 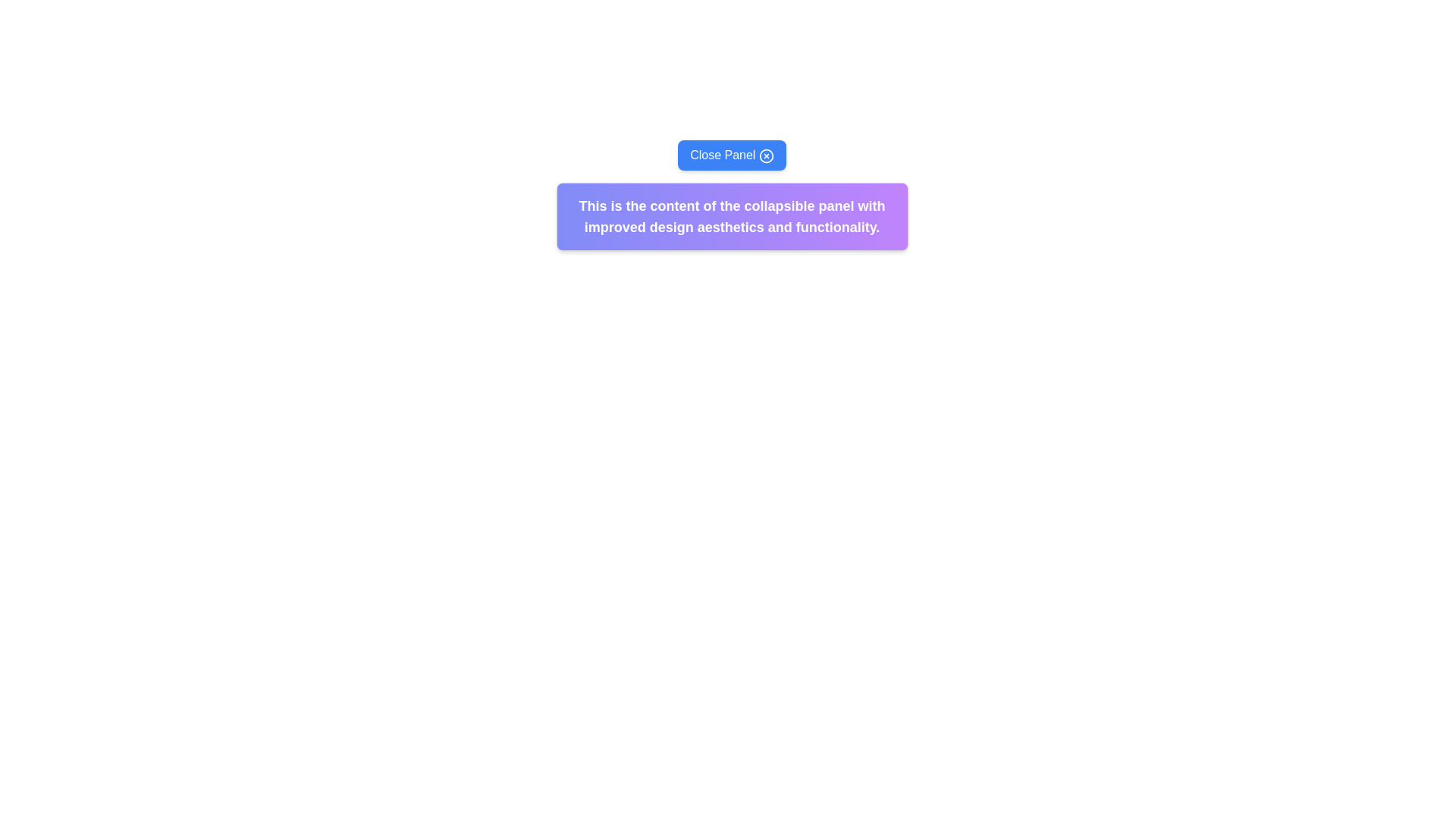 I want to click on the center of the circular icon with an 'X' mark inside, which is located to the right of the 'Close Panel' text within the blue rectangular button, so click(x=766, y=155).